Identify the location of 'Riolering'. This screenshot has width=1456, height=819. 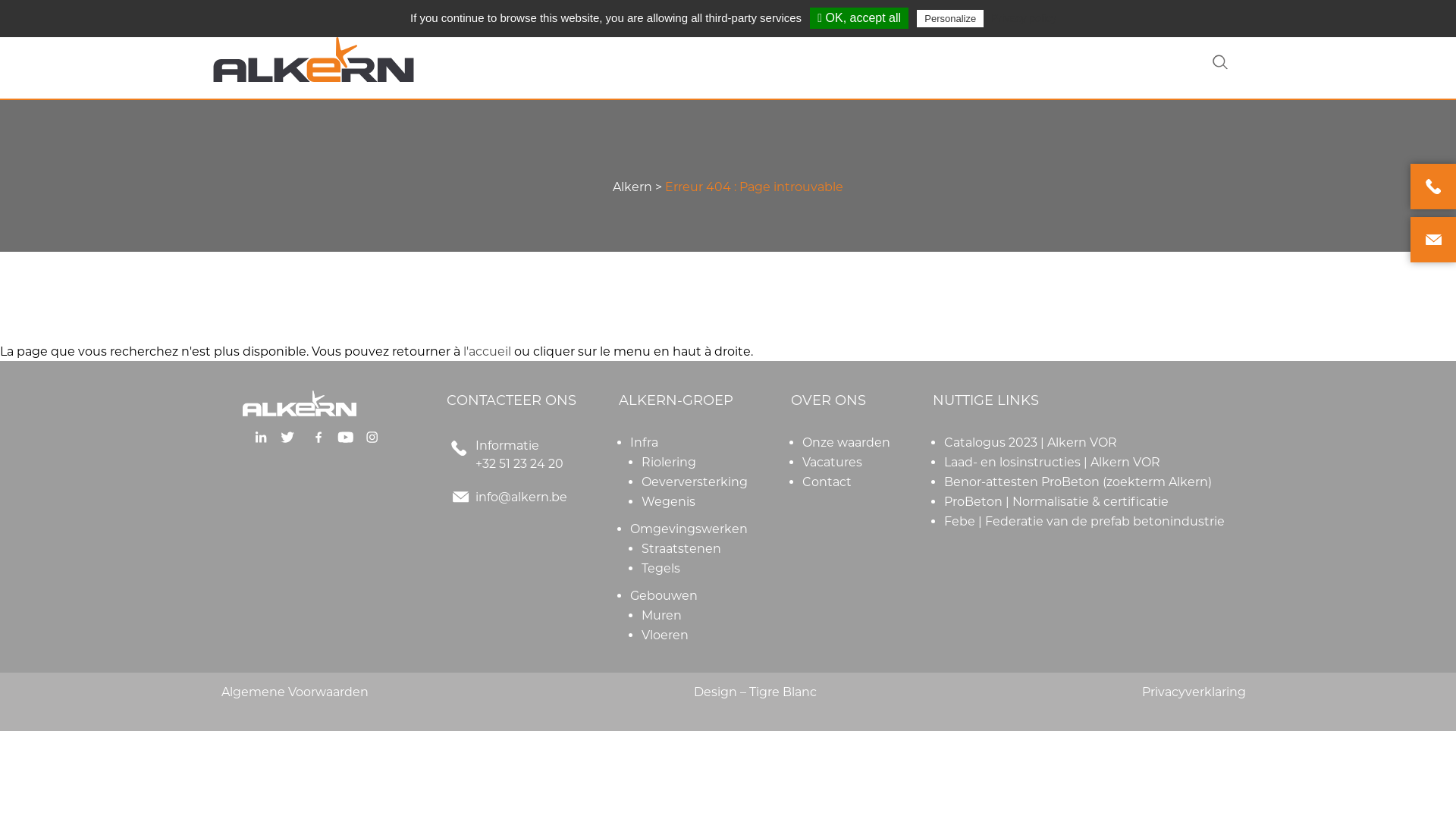
(668, 461).